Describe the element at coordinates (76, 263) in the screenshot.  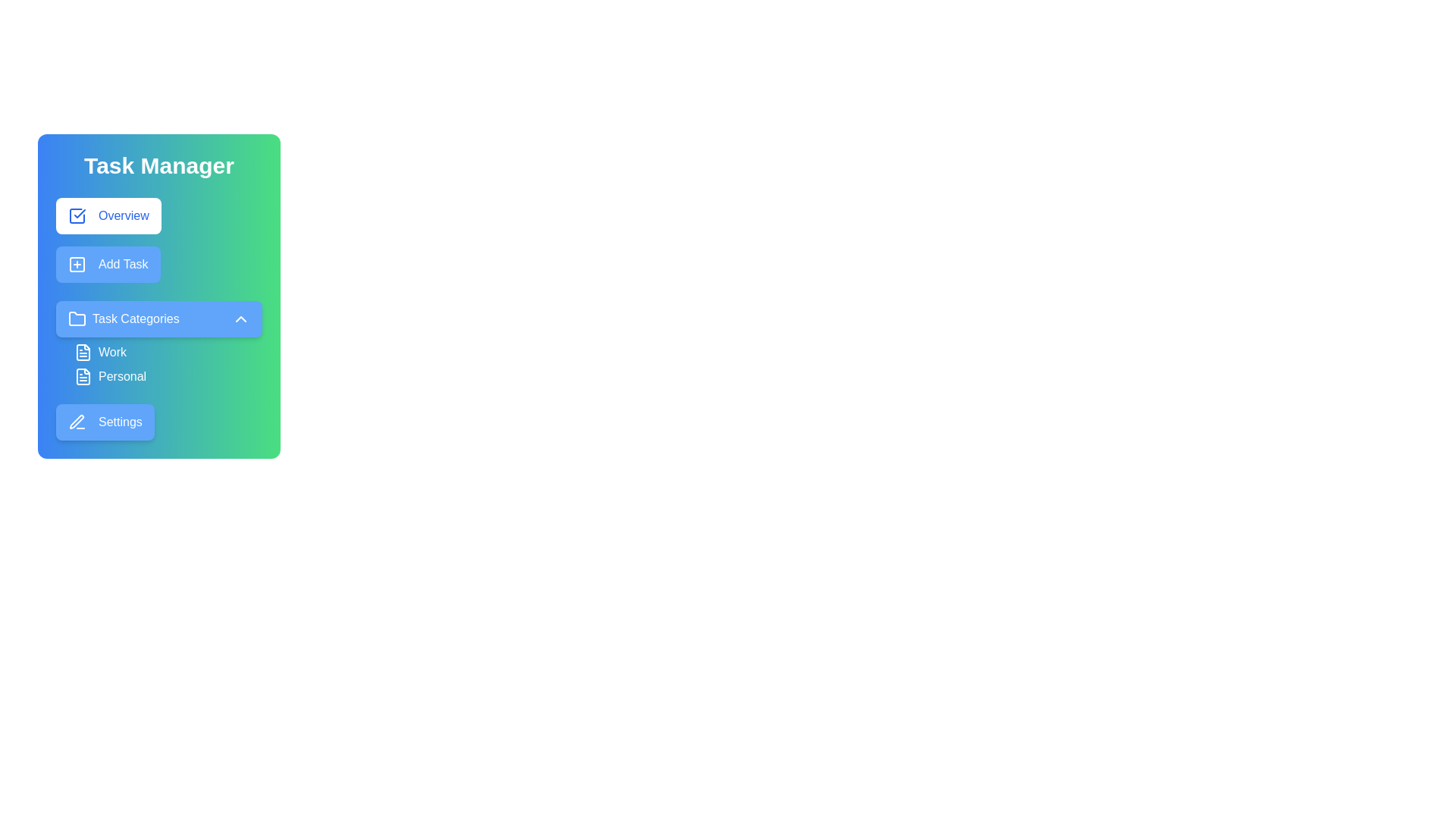
I see `visual design of the small square icon with a plus sign (+) in the center, which is located to the left of the 'Add Task' text inside a button in the vertical sidebar menu` at that location.